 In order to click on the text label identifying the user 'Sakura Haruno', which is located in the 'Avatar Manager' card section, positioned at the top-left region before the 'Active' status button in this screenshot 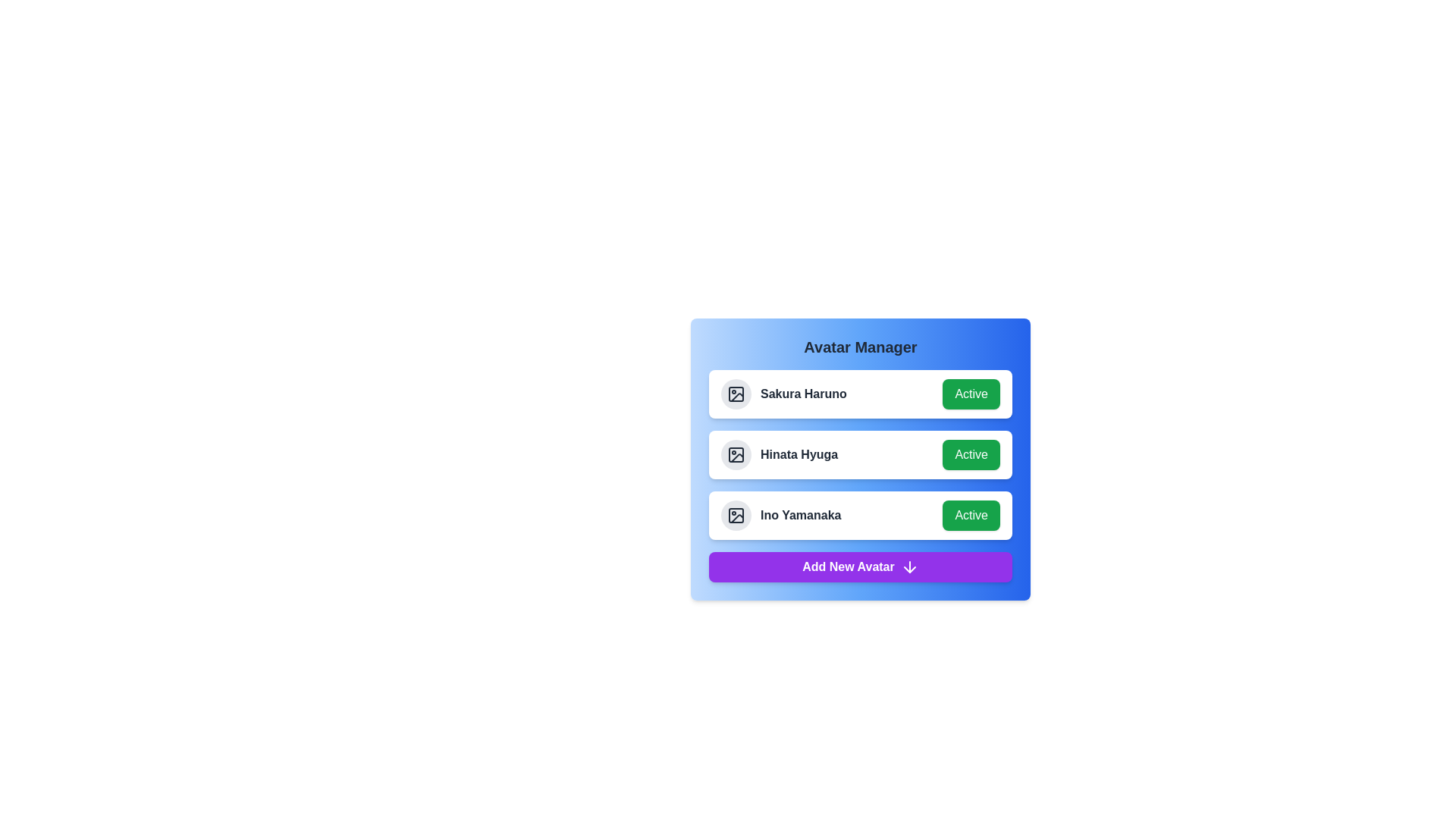, I will do `click(783, 394)`.